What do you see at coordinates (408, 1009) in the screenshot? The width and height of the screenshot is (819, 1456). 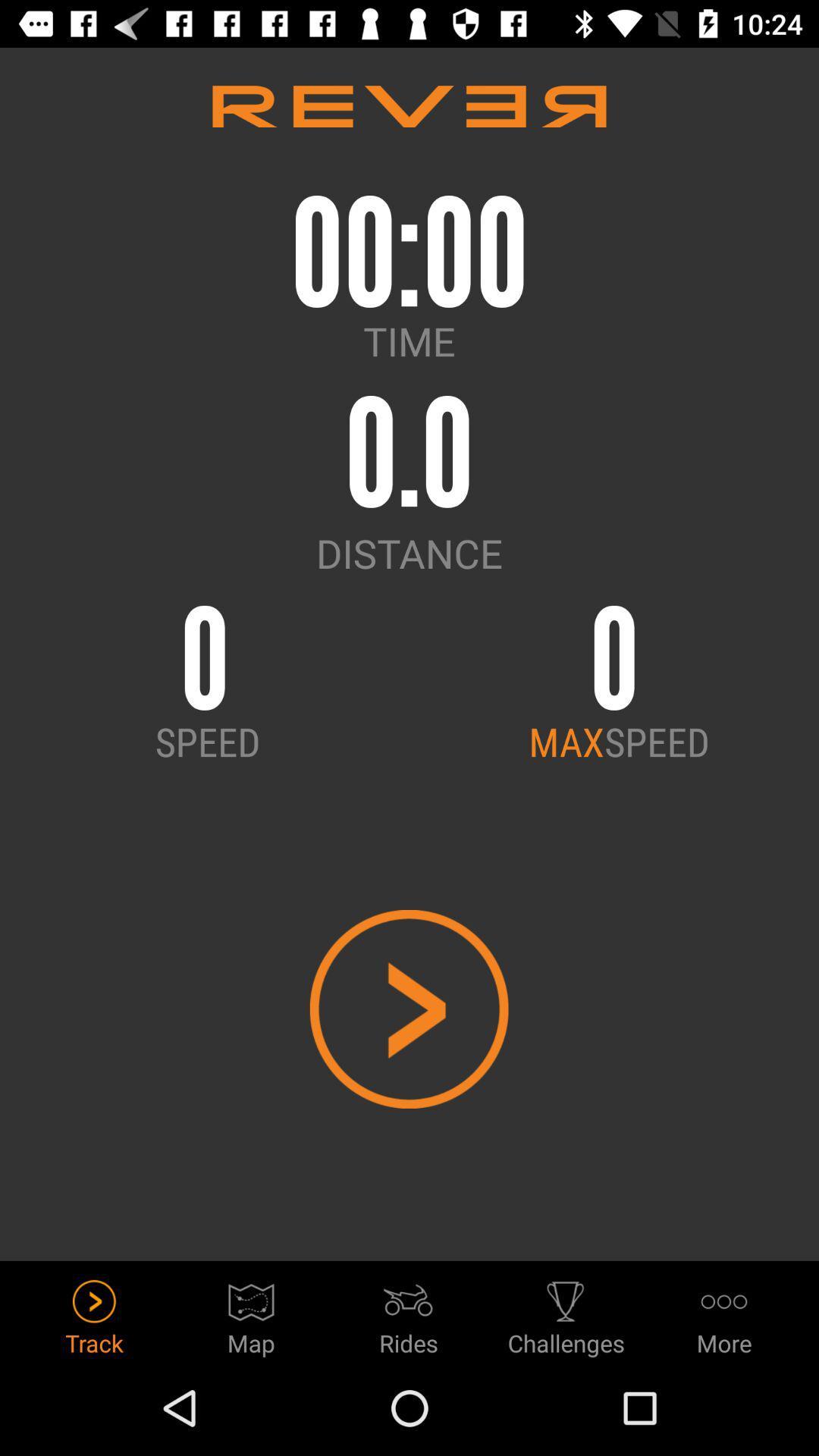 I see `play` at bounding box center [408, 1009].